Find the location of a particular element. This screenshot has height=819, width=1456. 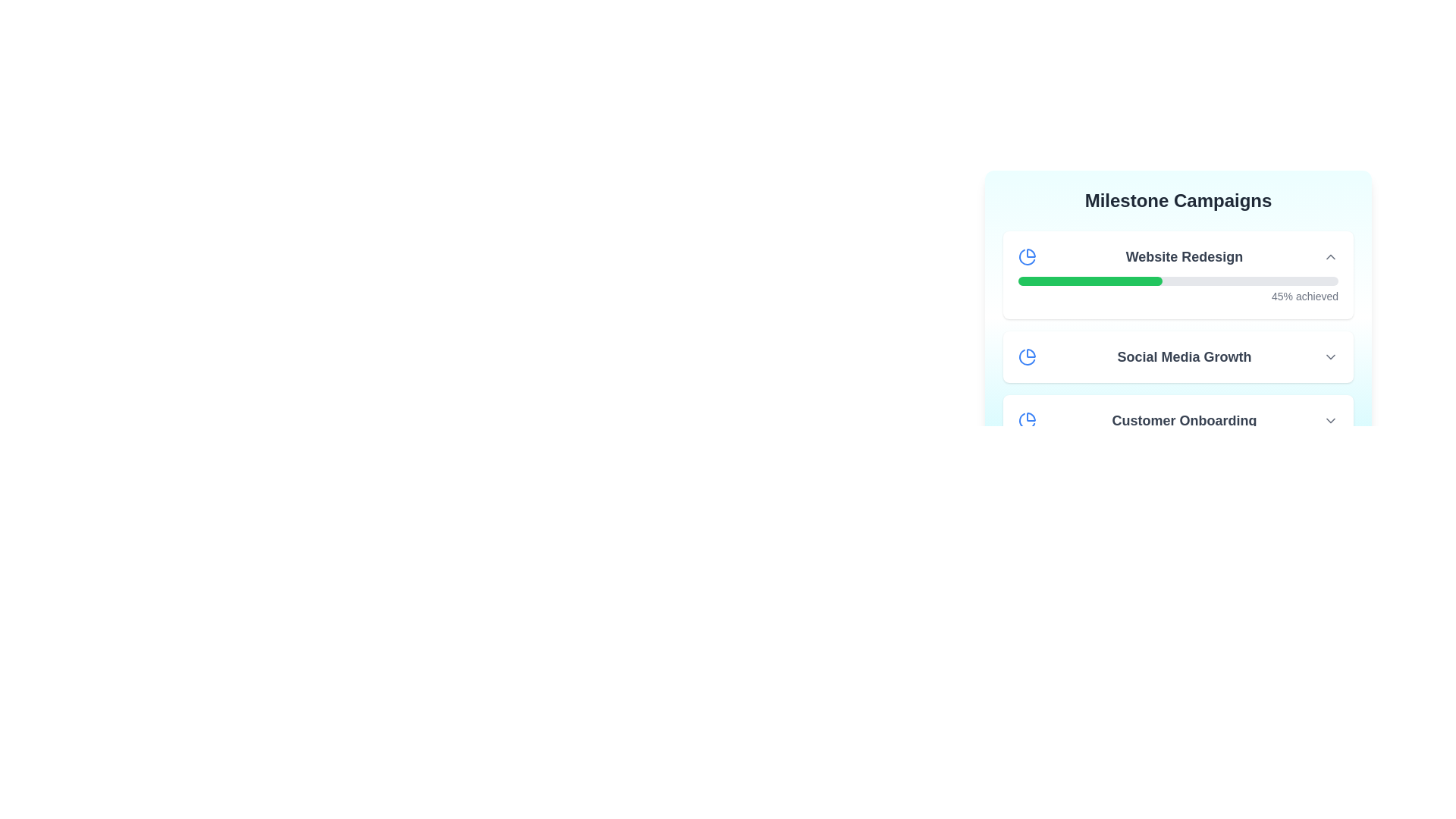

the small upward-pointing chevron icon button located to the far-right of the 'Website Redesign' text is located at coordinates (1330, 256).